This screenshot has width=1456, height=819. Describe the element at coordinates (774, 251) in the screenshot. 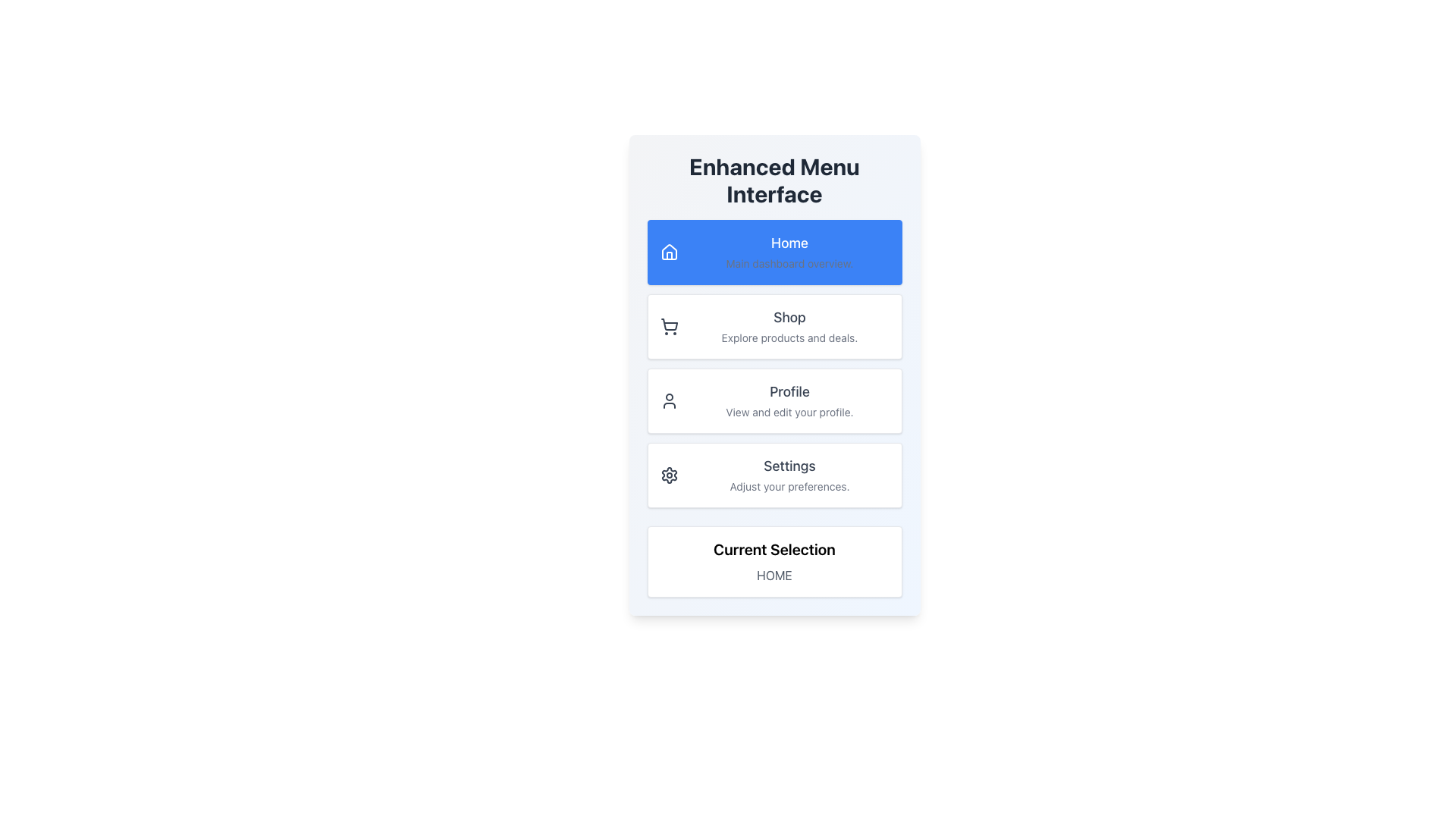

I see `the 'Home' navigational menu button located just below the heading 'Enhanced Menu Interface'` at that location.